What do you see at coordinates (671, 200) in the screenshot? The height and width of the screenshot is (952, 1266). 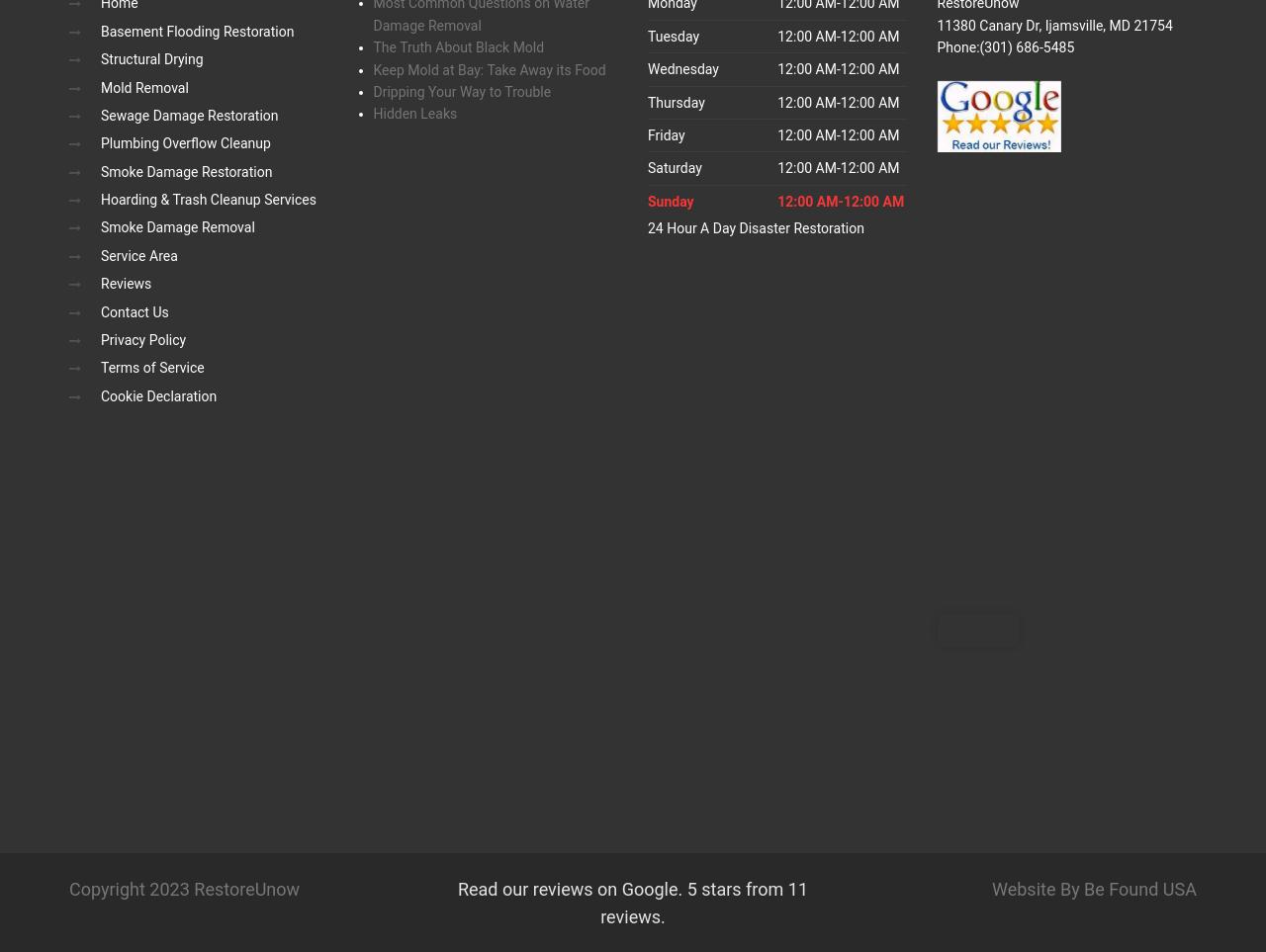 I see `'Sunday'` at bounding box center [671, 200].